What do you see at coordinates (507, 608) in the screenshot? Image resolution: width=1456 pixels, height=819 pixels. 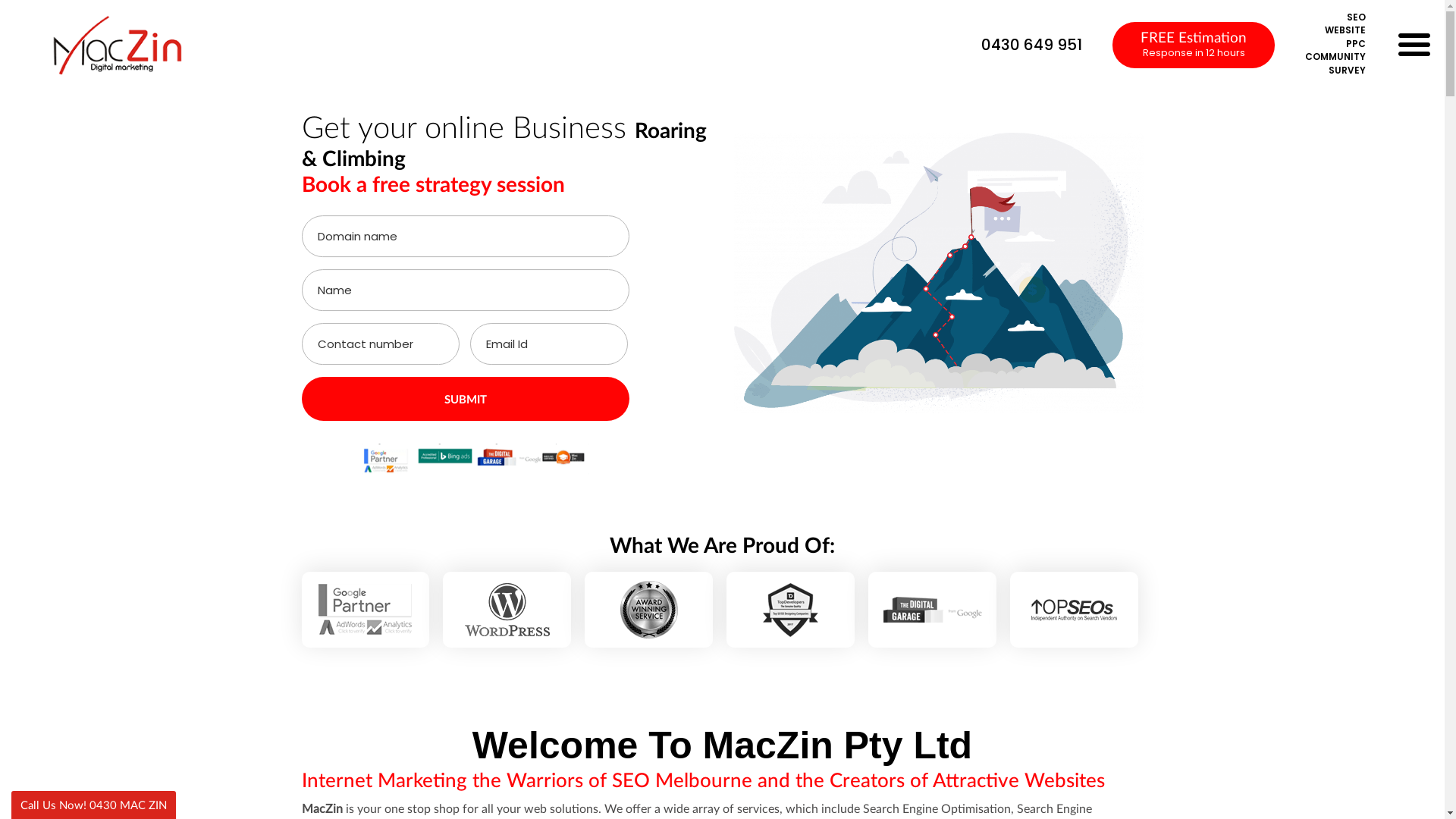 I see `'WordPress'` at bounding box center [507, 608].